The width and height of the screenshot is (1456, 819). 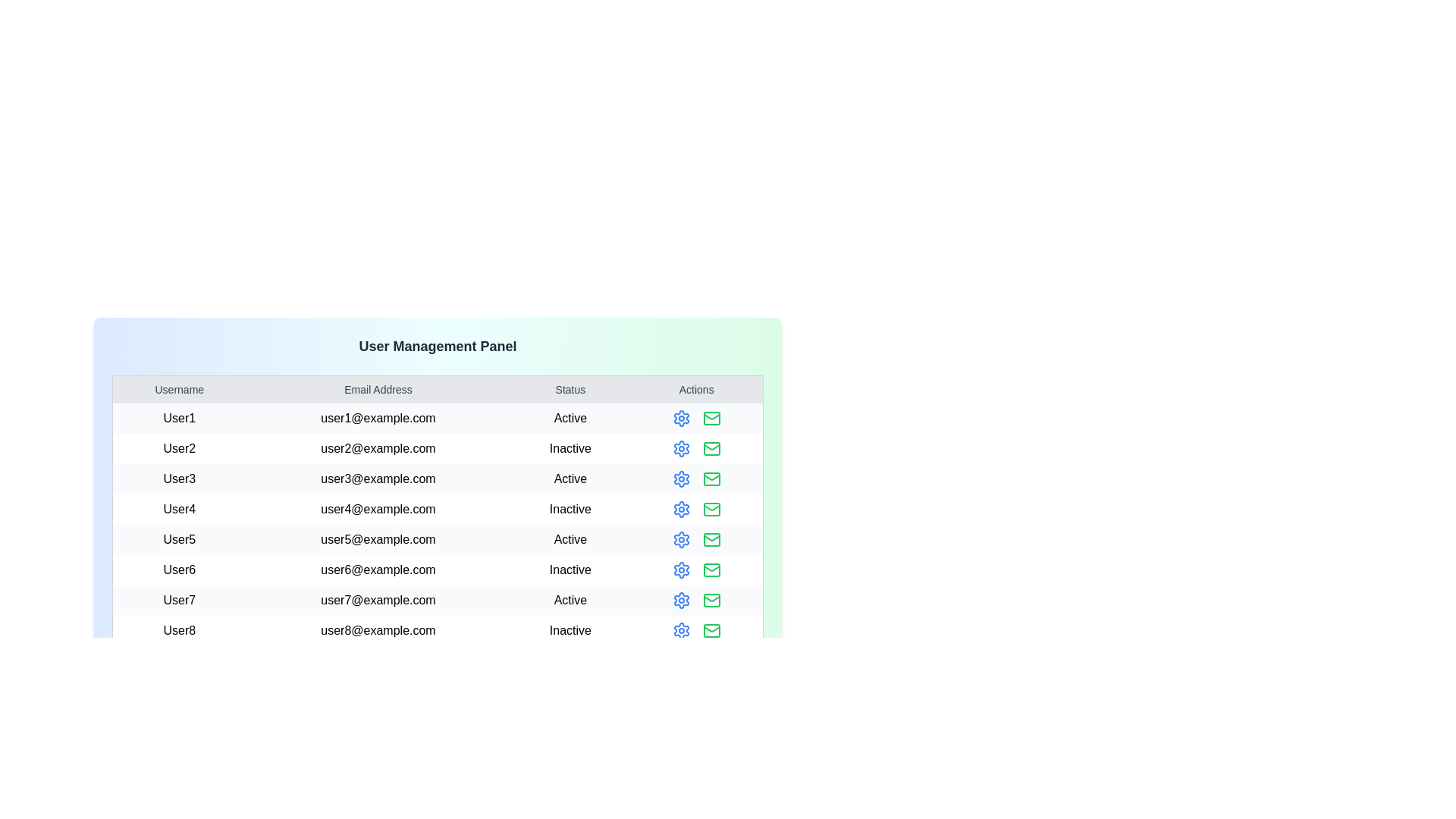 I want to click on the mail icon for the user identified by User1, so click(x=711, y=418).